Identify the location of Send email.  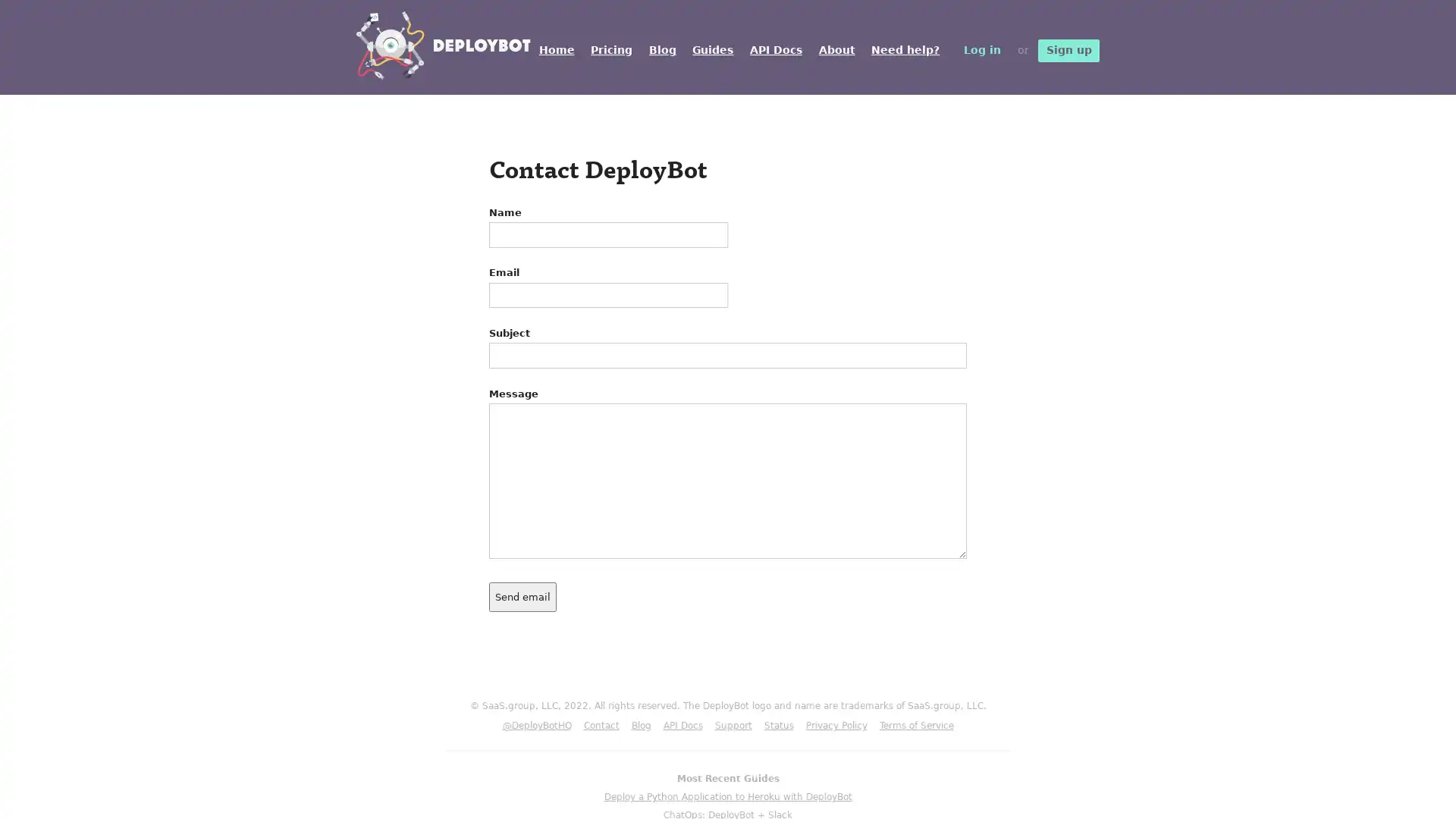
(522, 596).